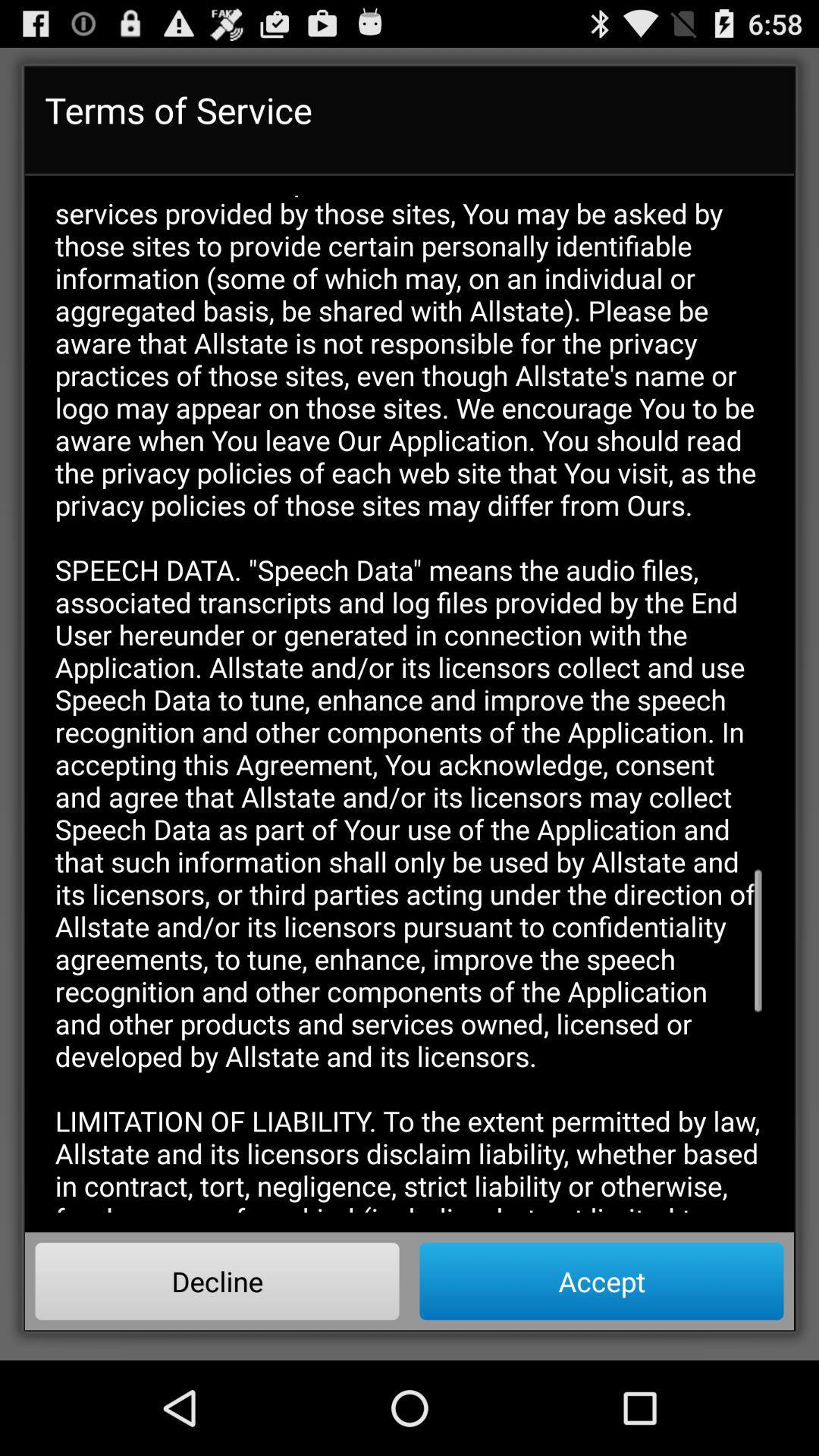  Describe the element at coordinates (601, 1280) in the screenshot. I see `button to the right of the decline item` at that location.